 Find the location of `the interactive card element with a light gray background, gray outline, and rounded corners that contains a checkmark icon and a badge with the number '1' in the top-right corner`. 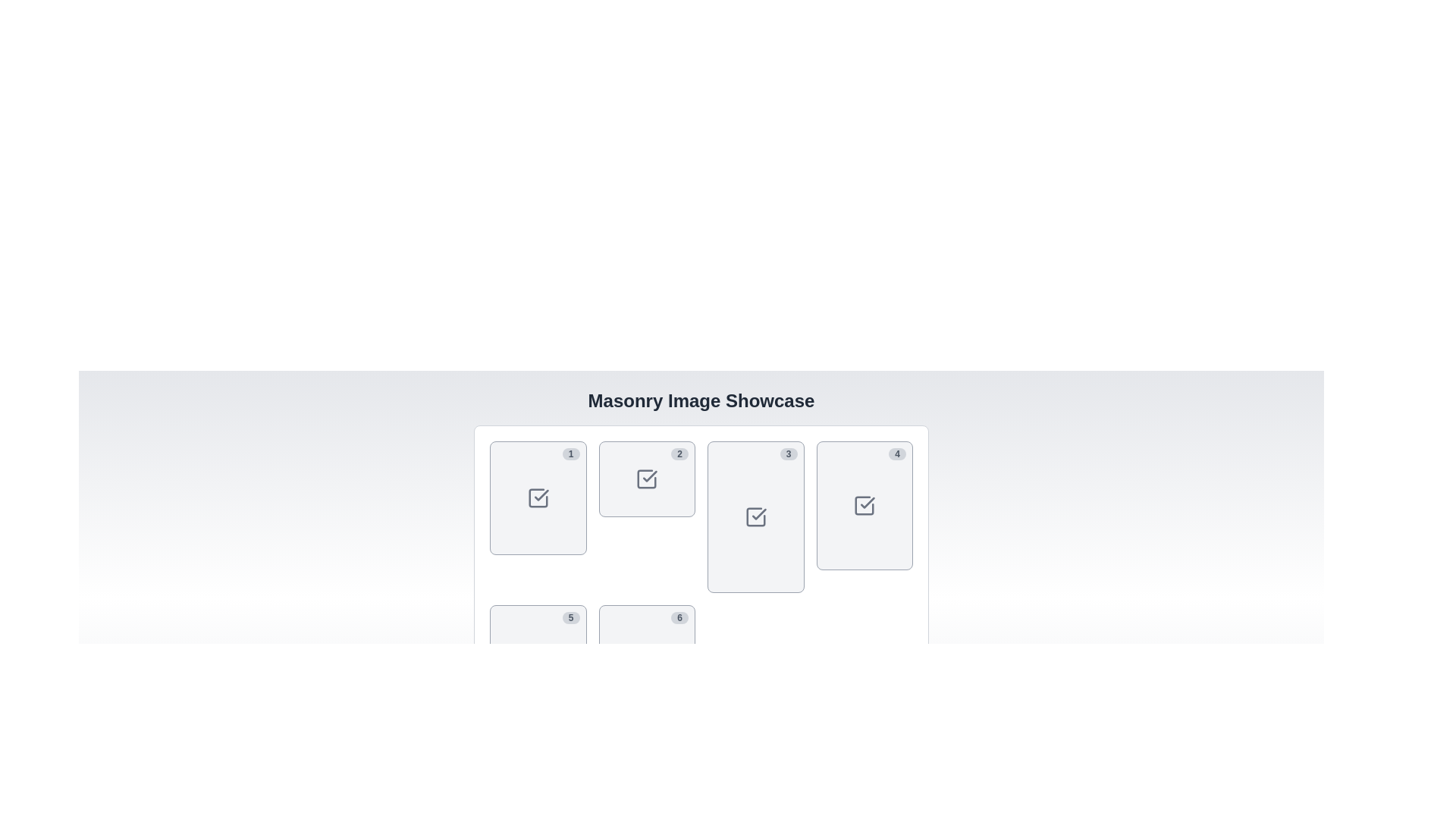

the interactive card element with a light gray background, gray outline, and rounded corners that contains a checkmark icon and a badge with the number '1' in the top-right corner is located at coordinates (538, 497).